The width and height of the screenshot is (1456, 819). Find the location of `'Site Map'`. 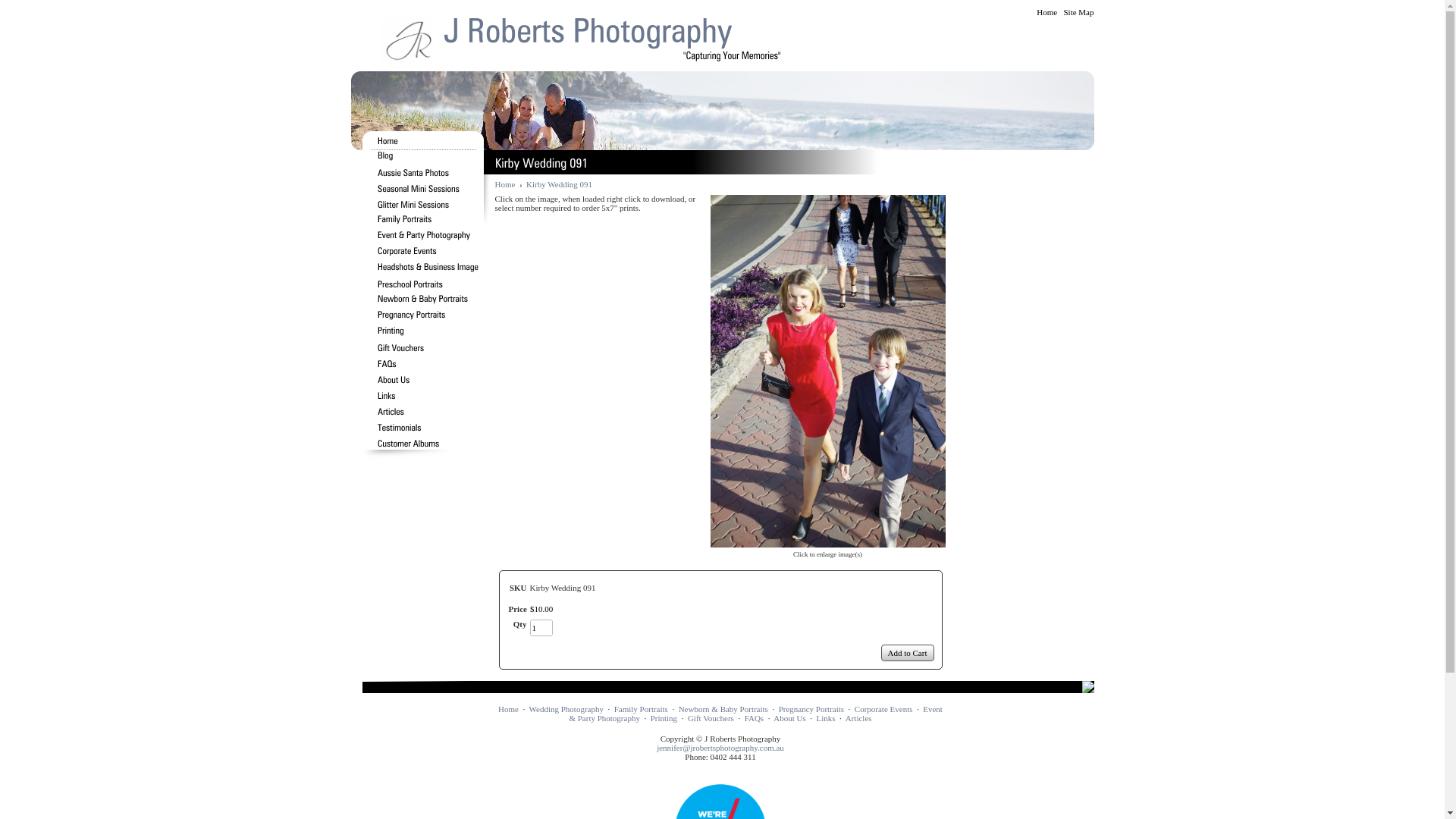

'Site Map' is located at coordinates (1077, 11).